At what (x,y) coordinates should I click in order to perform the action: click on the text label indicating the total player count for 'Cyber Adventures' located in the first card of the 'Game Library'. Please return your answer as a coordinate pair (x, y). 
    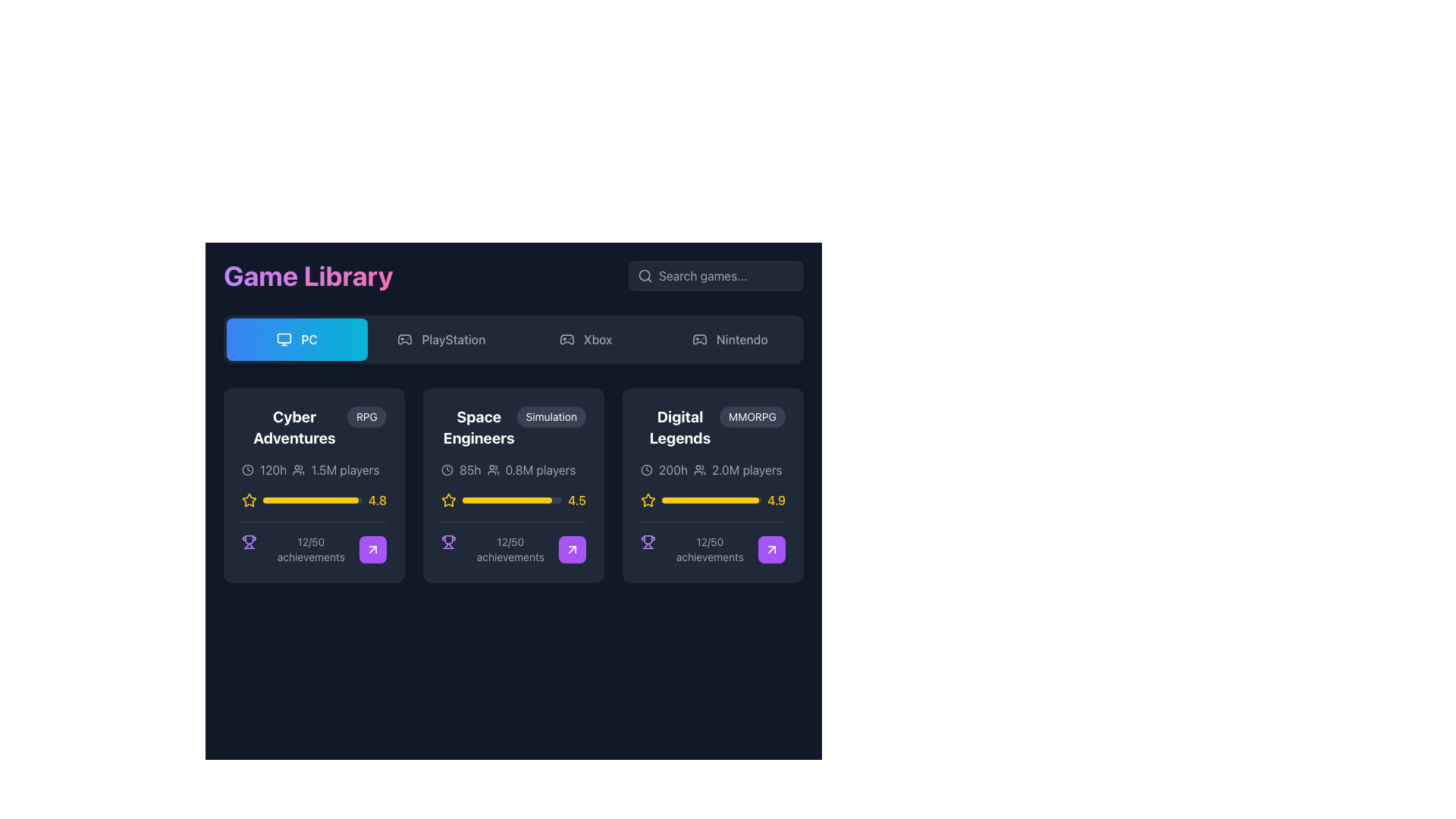
    Looking at the image, I should click on (344, 469).